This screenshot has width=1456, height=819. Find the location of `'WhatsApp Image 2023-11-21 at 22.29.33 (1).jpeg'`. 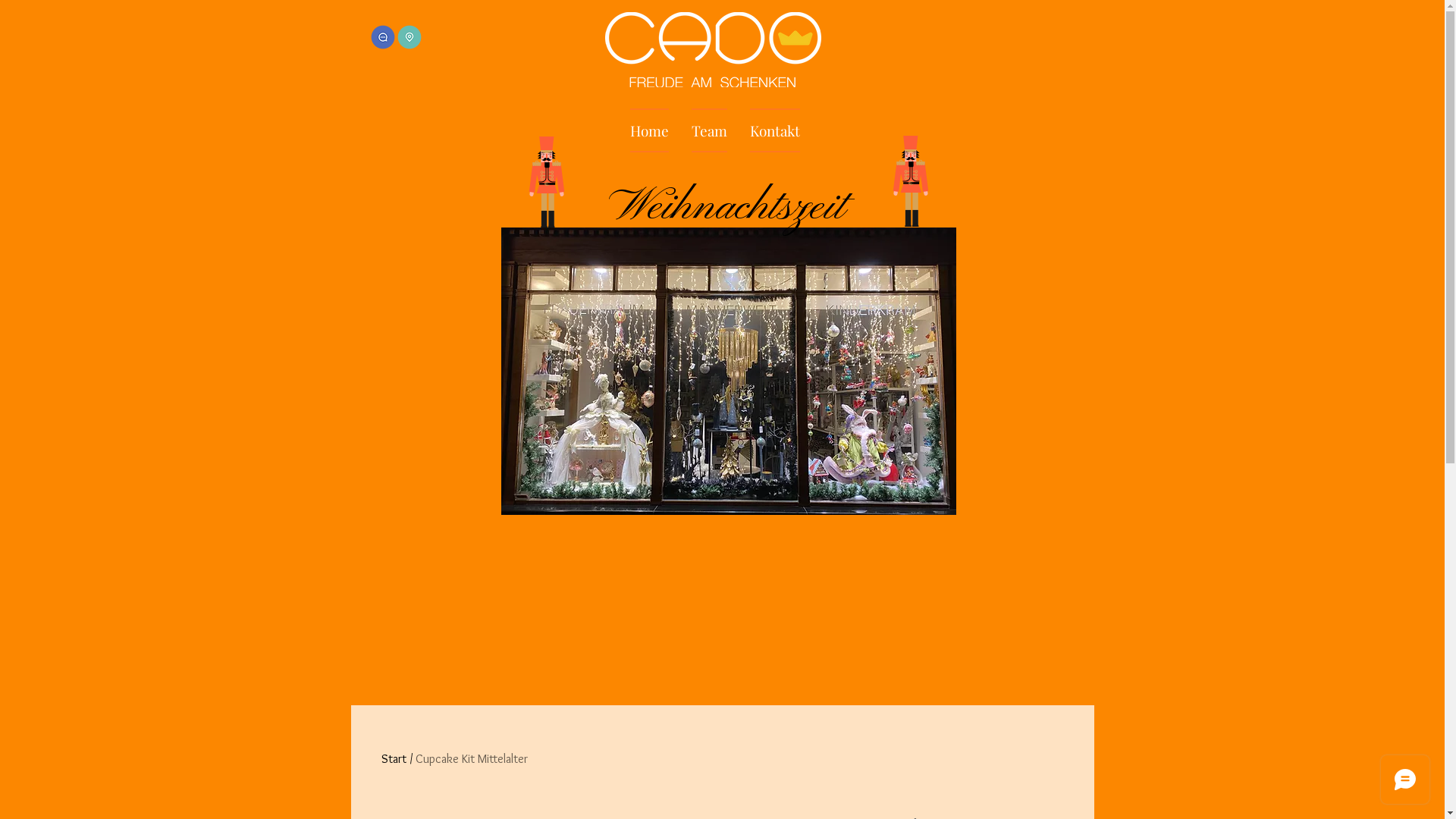

'WhatsApp Image 2023-11-21 at 22.29.33 (1).jpeg' is located at coordinates (728, 371).